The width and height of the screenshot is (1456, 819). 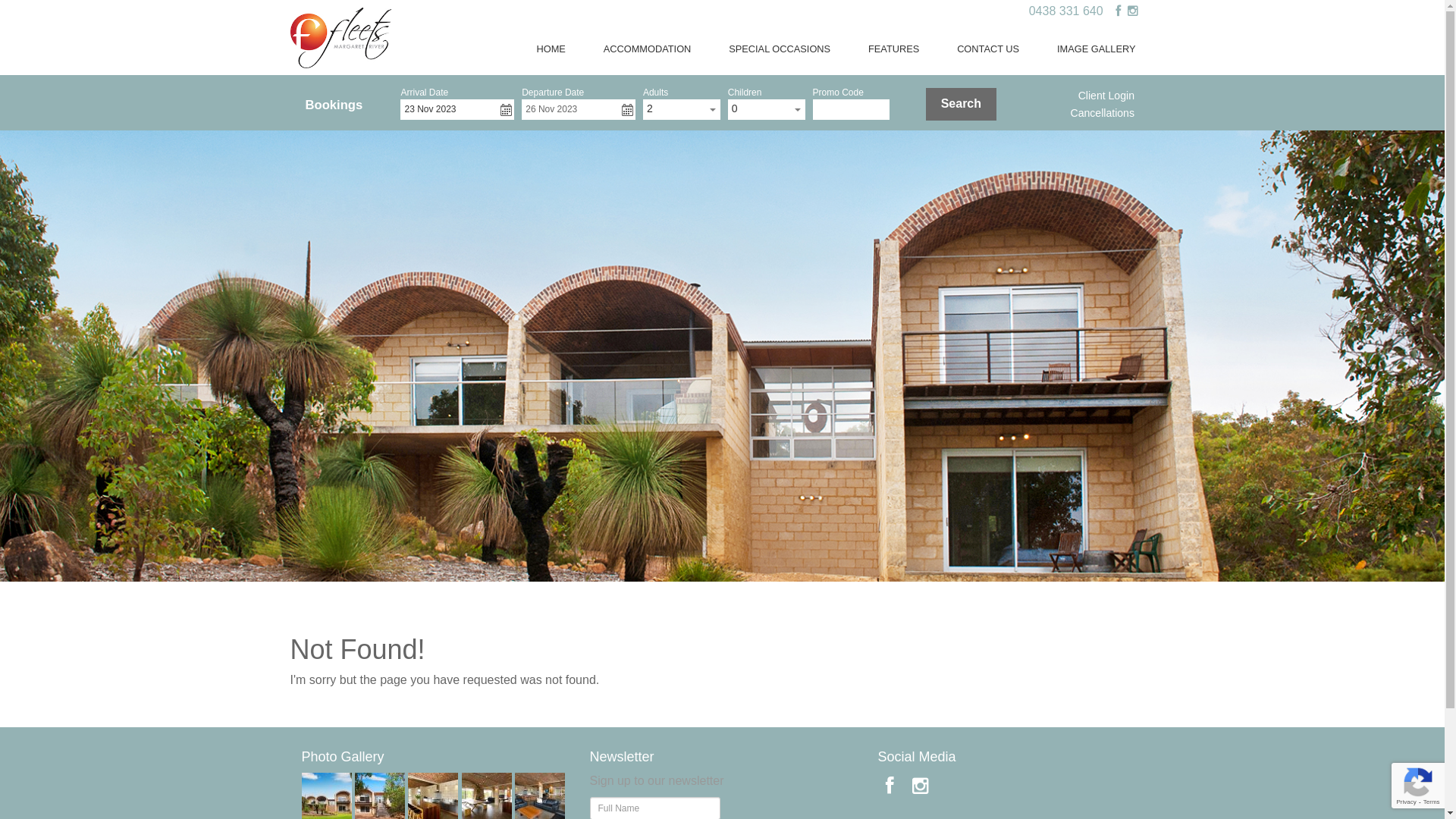 I want to click on 'SPECIAL OCCASIONS', so click(x=779, y=48).